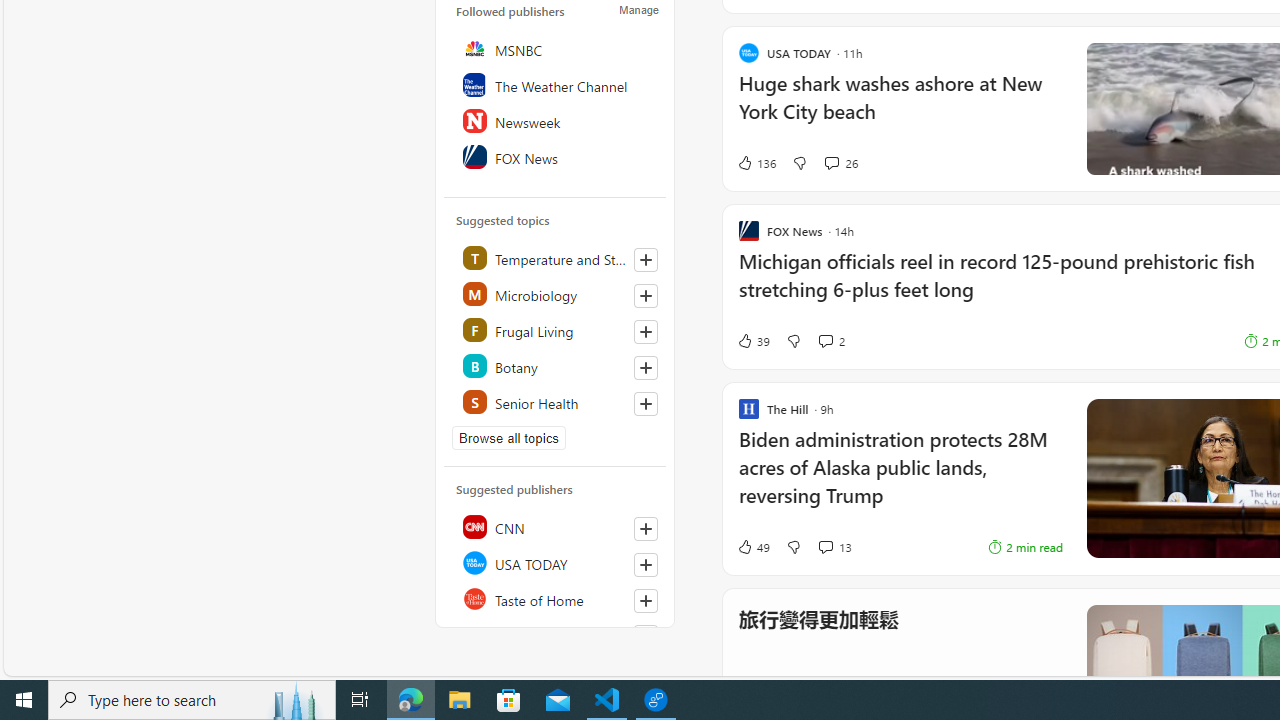  Describe the element at coordinates (899, 108) in the screenshot. I see `'Huge shark washes ashore at New York City beach'` at that location.